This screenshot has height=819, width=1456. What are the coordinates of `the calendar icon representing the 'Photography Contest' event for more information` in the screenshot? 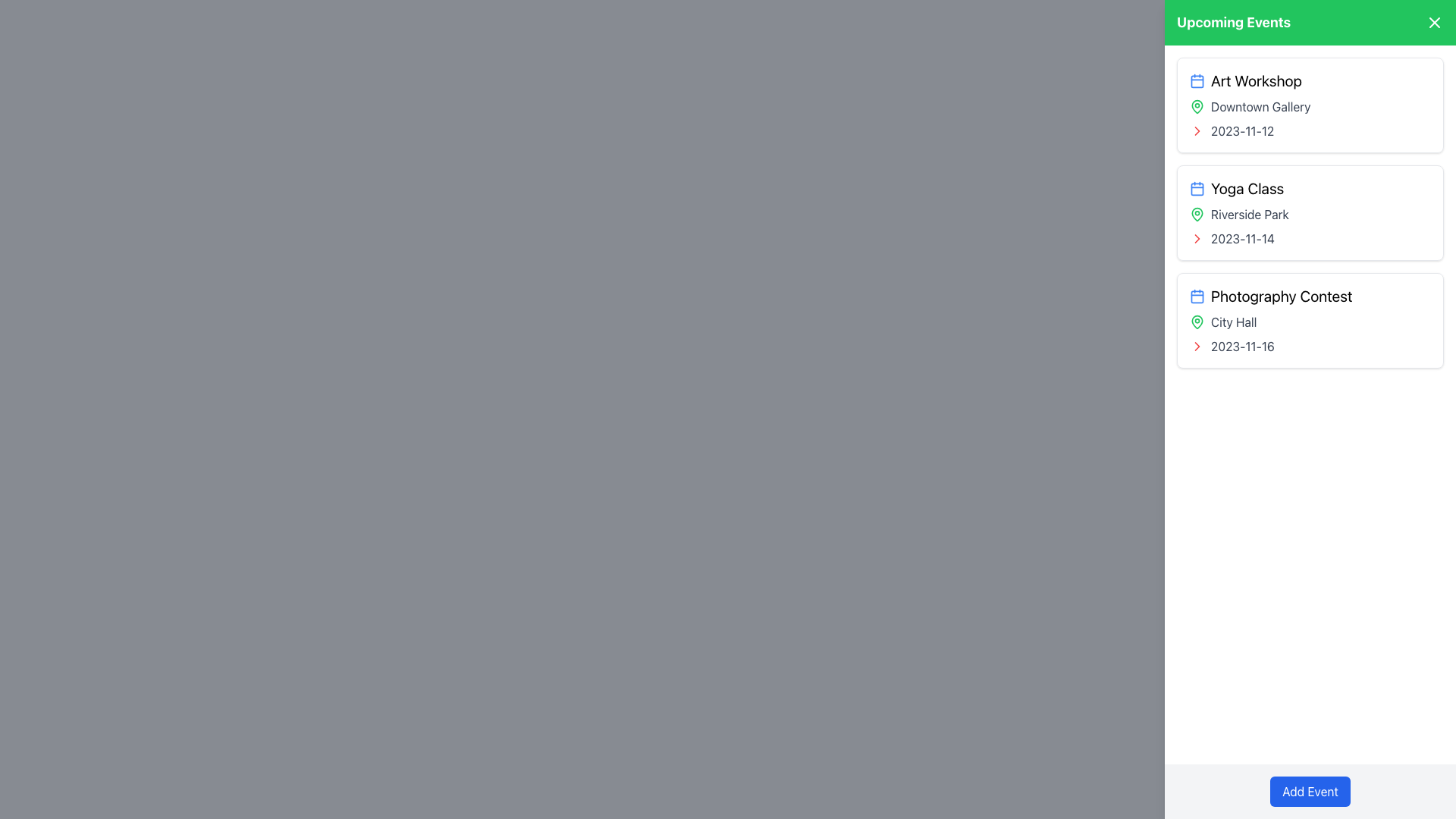 It's located at (1197, 296).